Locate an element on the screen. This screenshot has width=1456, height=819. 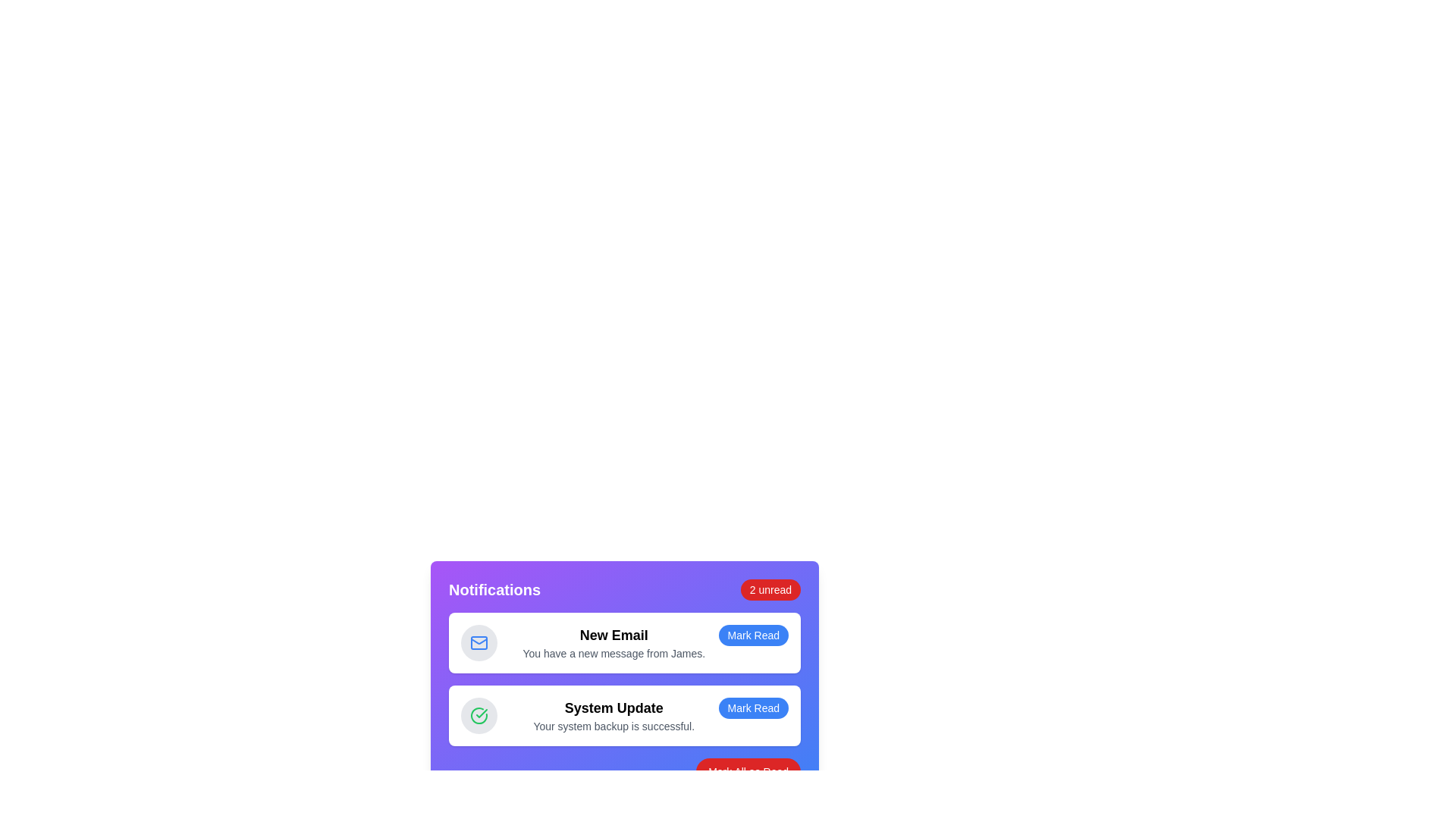
text content of the notification card located at the top of the content area, which includes a title and a short description about a new email is located at coordinates (613, 643).